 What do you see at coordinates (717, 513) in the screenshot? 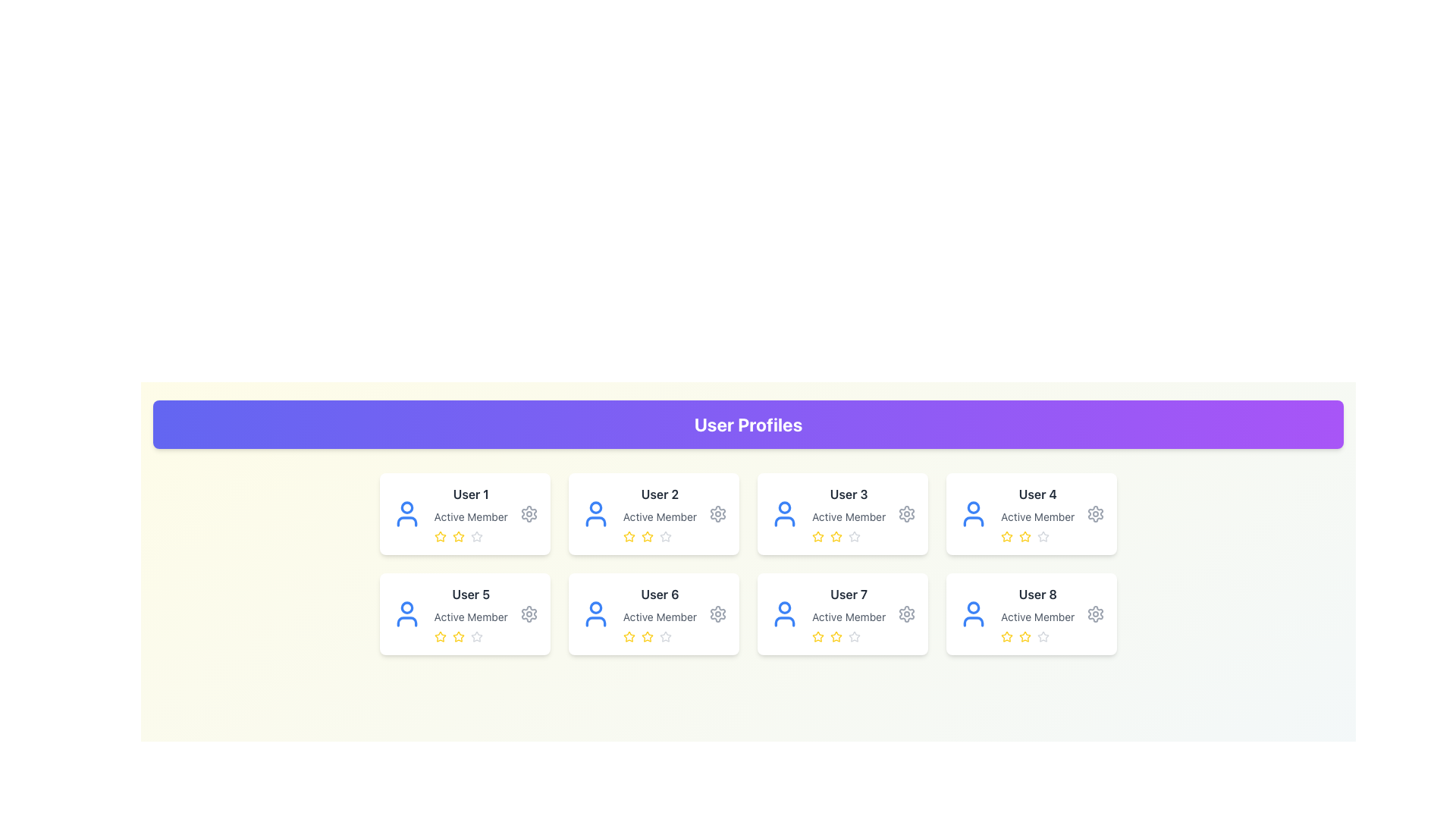
I see `the cogwheel icon located in the 'User Profiles' section next to 'User 2'` at bounding box center [717, 513].